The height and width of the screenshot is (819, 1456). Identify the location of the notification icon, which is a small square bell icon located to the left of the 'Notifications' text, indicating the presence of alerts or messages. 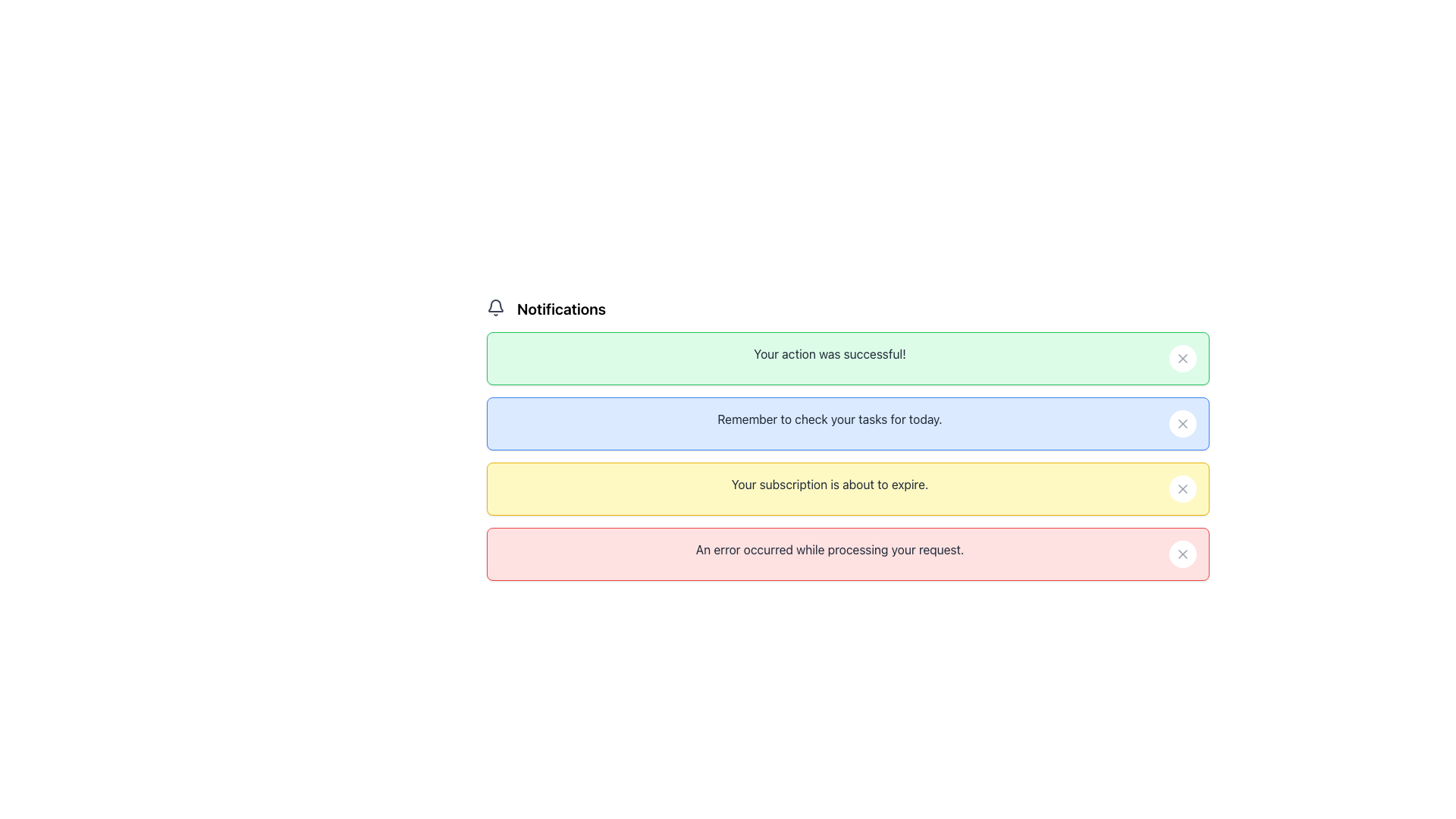
(495, 307).